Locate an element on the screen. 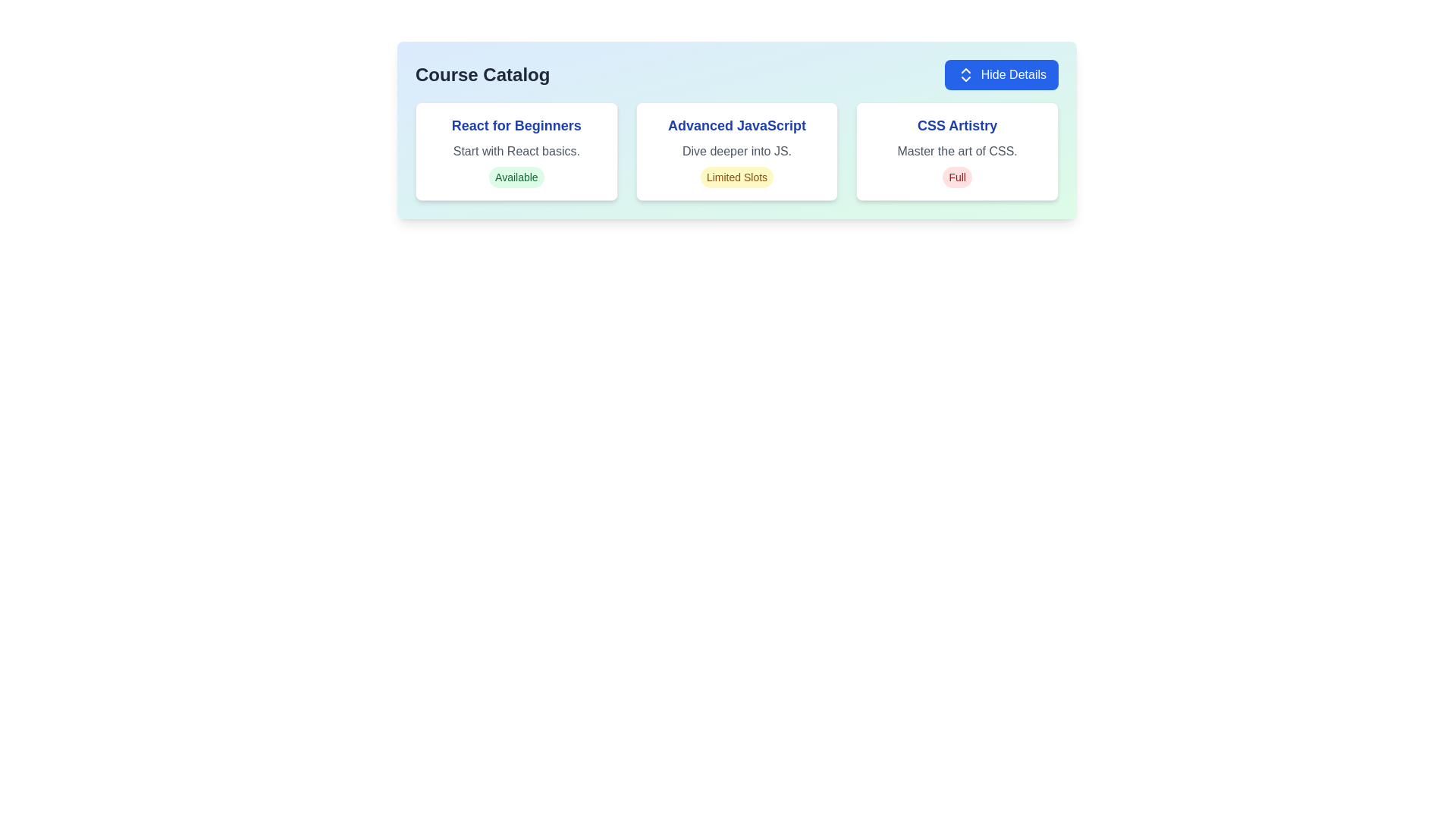 The image size is (1456, 819). the non-interactive badge indicator within the 'Advanced JavaScript' card that indicates limited course slots, located below the description text 'Dive deeper into JS.' is located at coordinates (736, 177).